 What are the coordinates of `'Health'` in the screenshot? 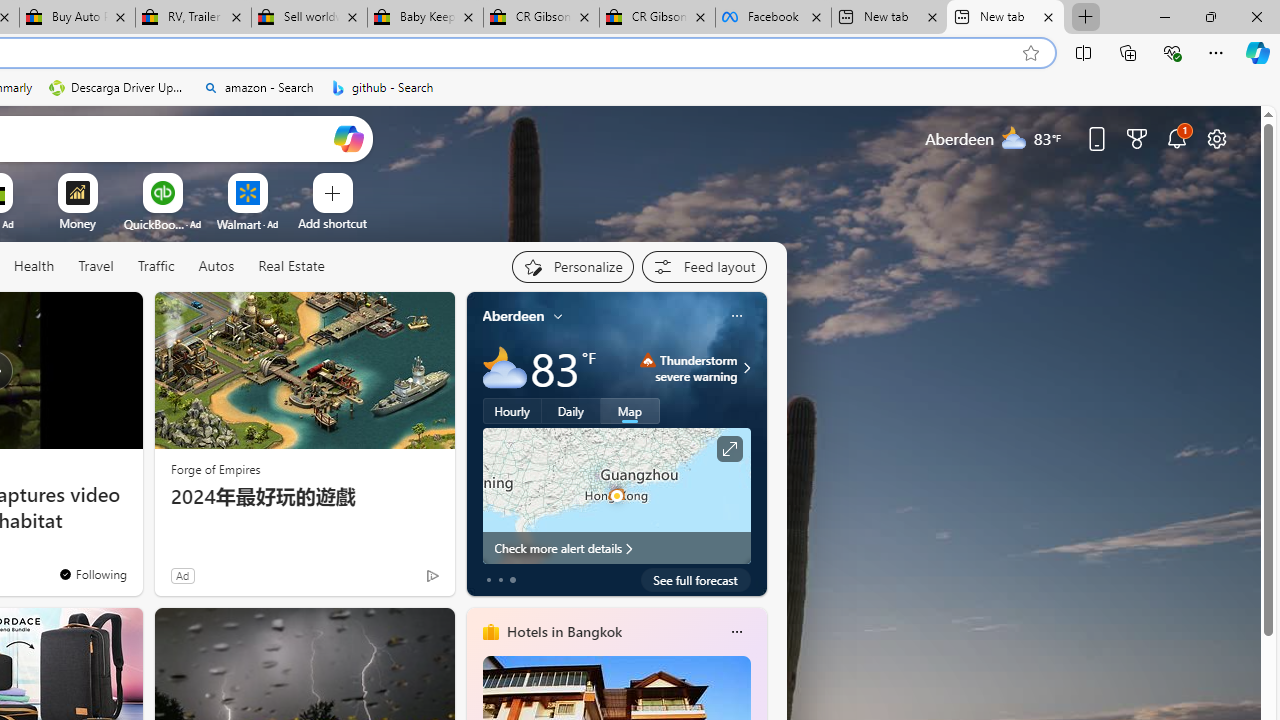 It's located at (33, 266).